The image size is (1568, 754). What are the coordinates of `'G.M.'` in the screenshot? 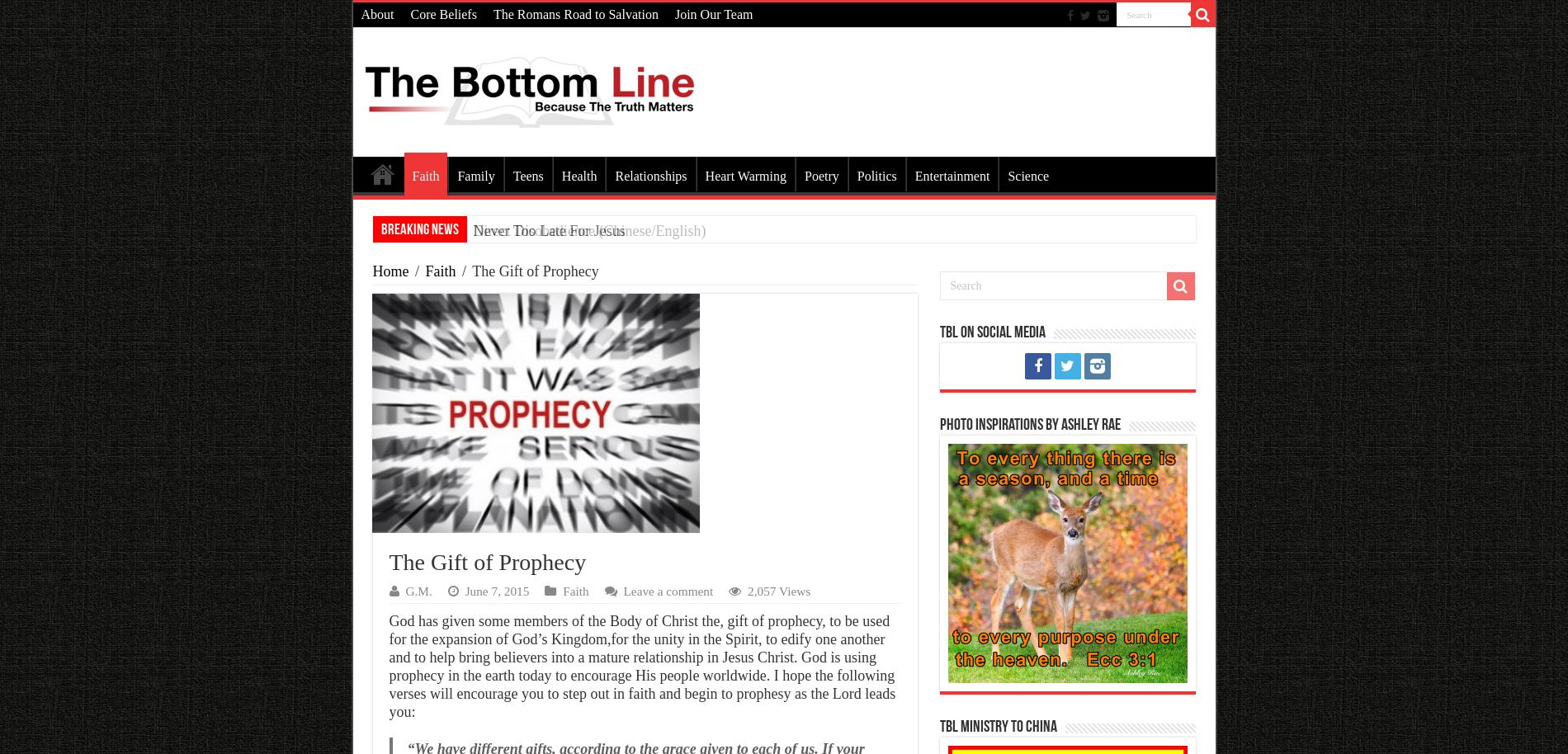 It's located at (404, 589).